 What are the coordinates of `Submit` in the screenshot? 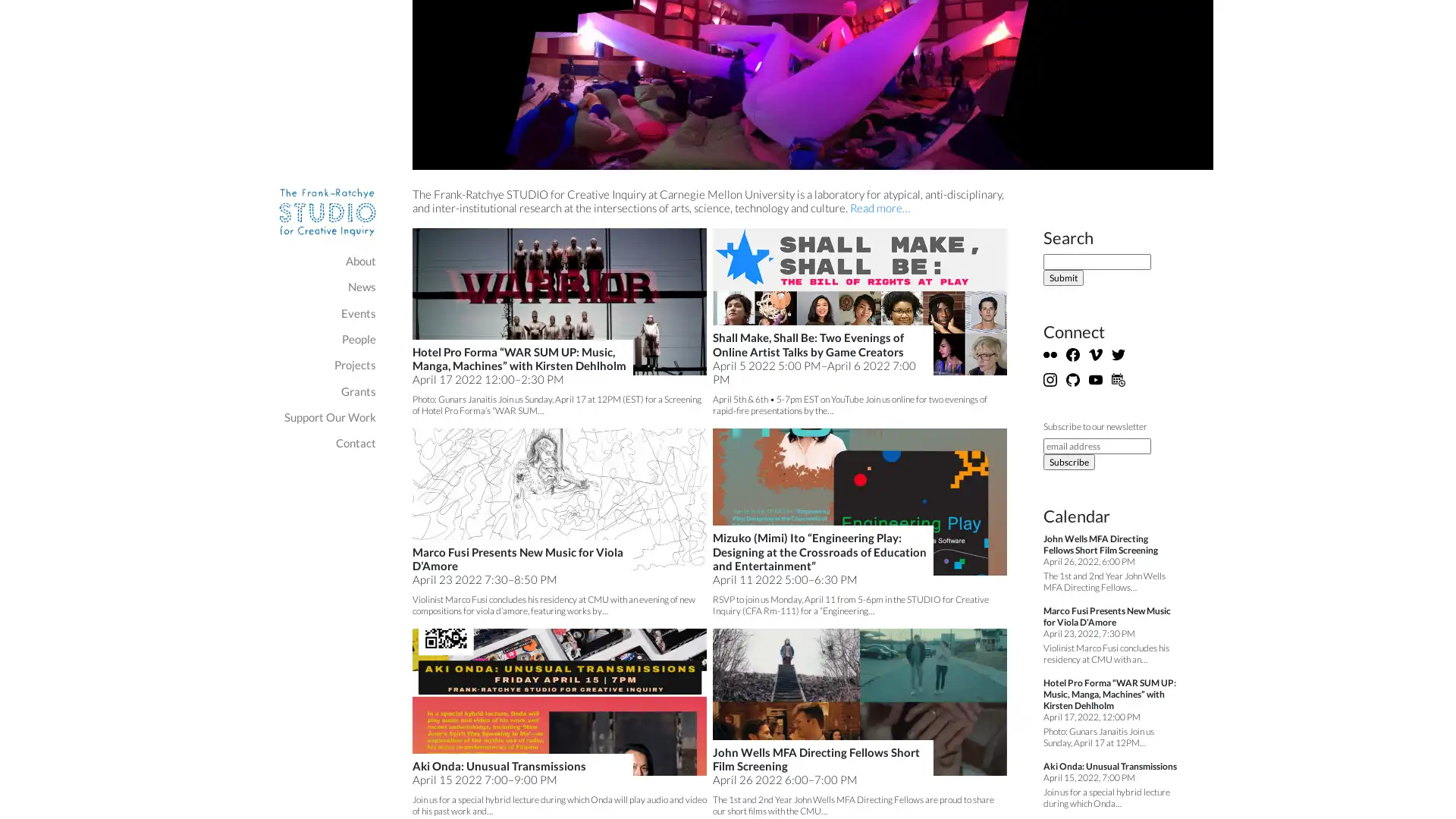 It's located at (1062, 278).